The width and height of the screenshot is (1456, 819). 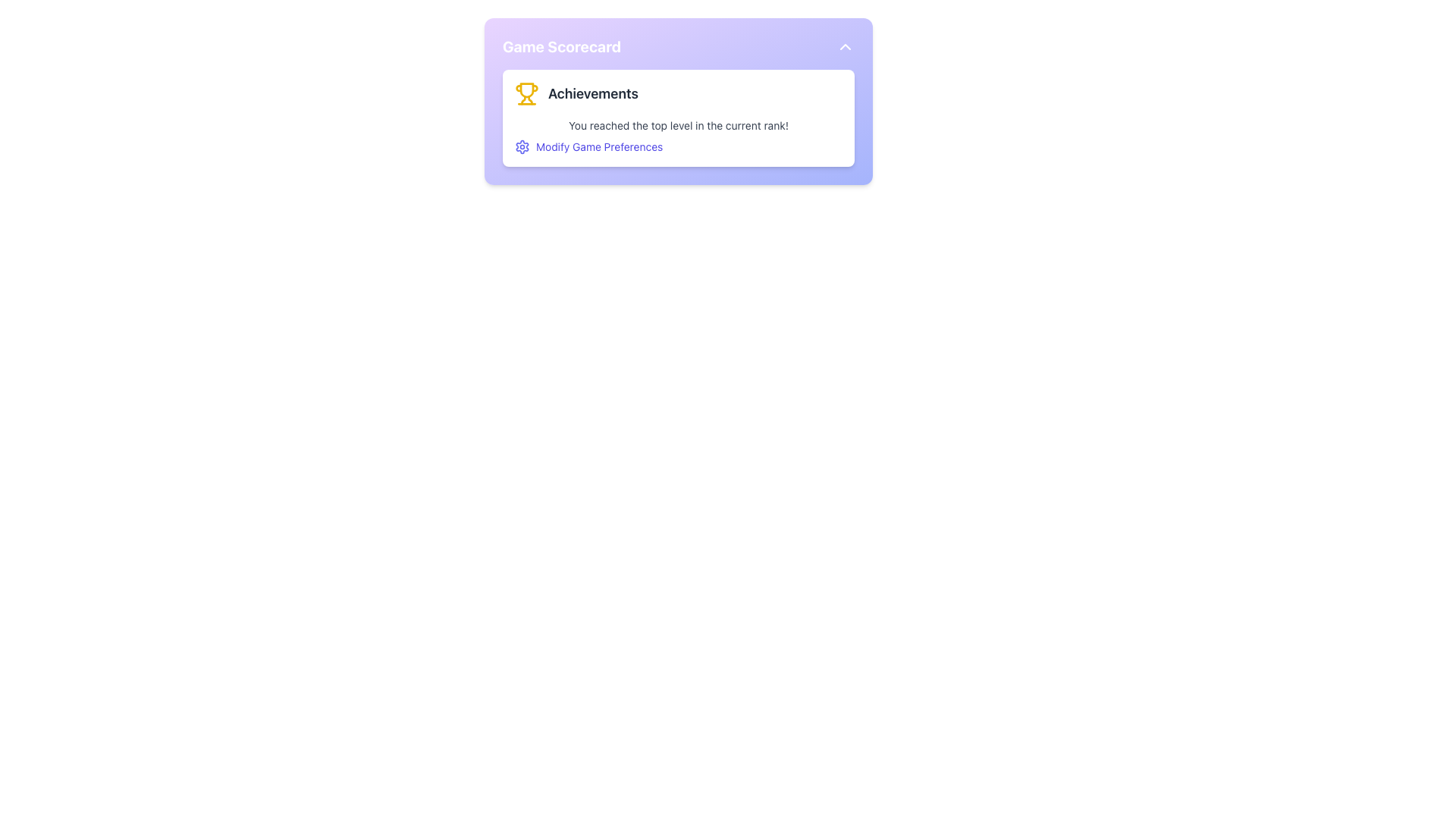 I want to click on the title text indicating user achievements, located to the right of the trophy icon in the 'Game Scorecard' section, so click(x=592, y=93).